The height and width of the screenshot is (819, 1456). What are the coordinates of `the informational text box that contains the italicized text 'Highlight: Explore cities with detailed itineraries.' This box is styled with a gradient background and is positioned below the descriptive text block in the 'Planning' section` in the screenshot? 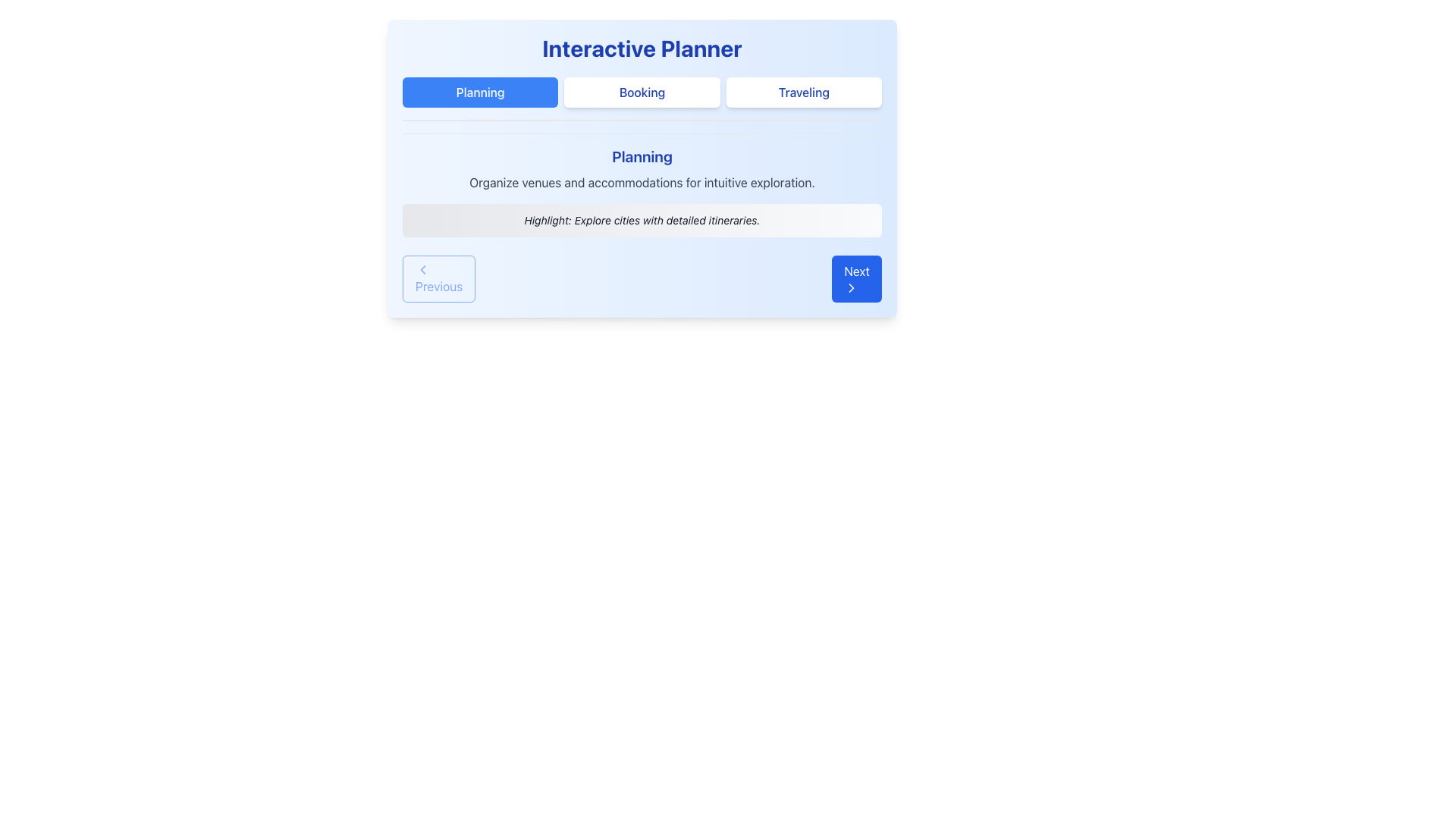 It's located at (642, 220).